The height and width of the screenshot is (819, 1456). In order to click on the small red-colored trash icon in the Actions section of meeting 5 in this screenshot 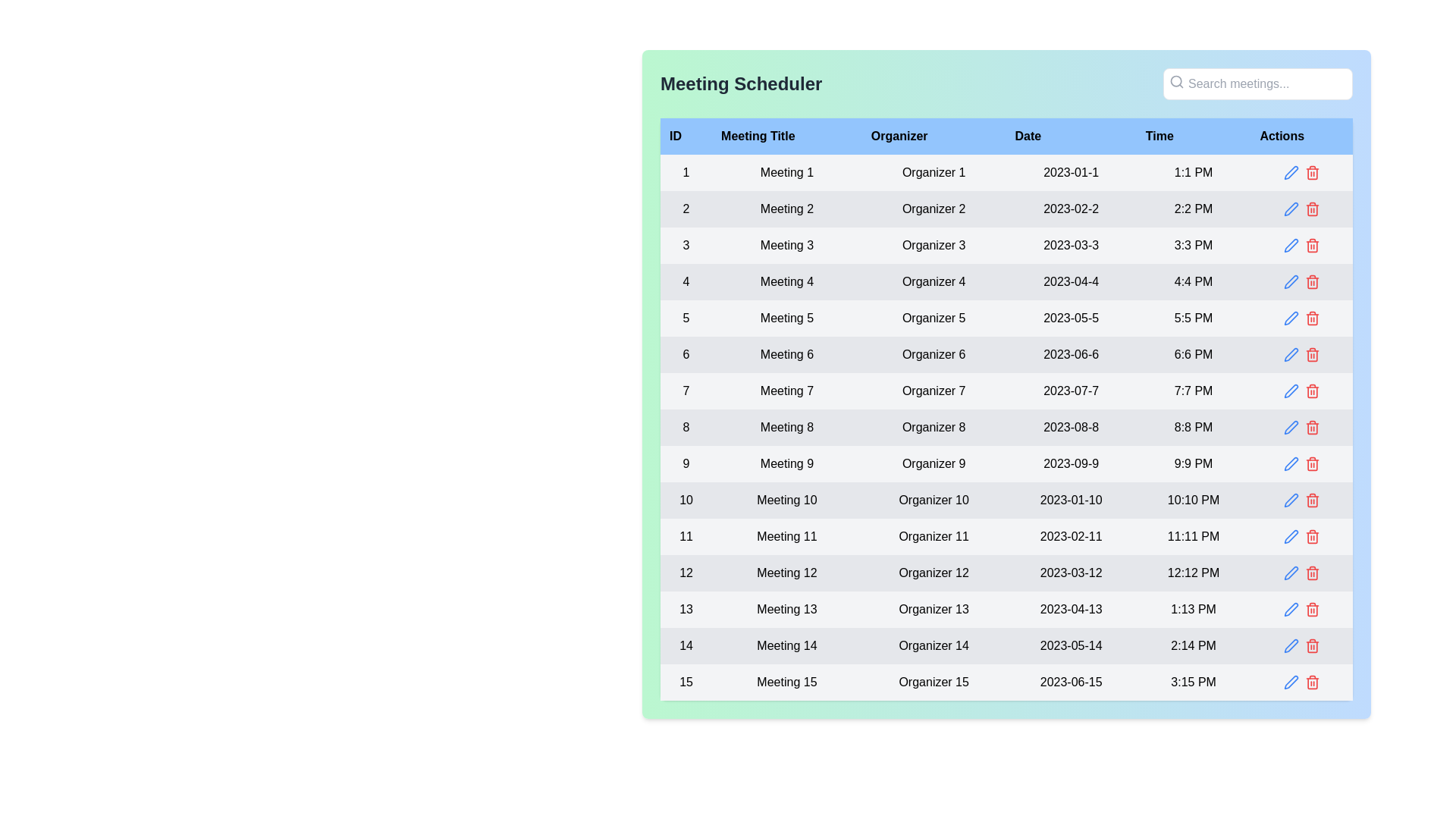, I will do `click(1311, 318)`.